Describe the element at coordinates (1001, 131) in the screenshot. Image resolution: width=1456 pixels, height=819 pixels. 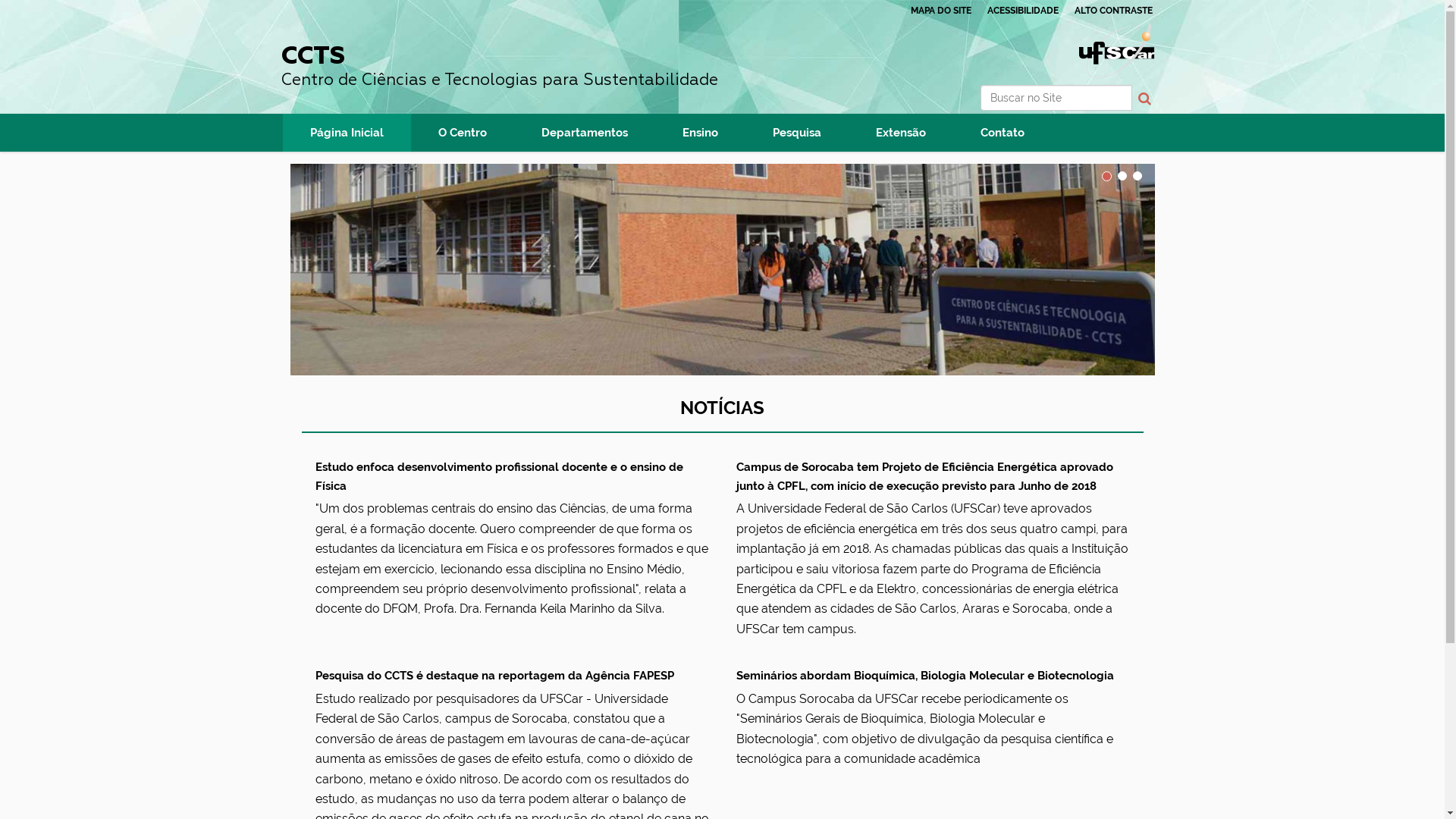
I see `'Contato'` at that location.